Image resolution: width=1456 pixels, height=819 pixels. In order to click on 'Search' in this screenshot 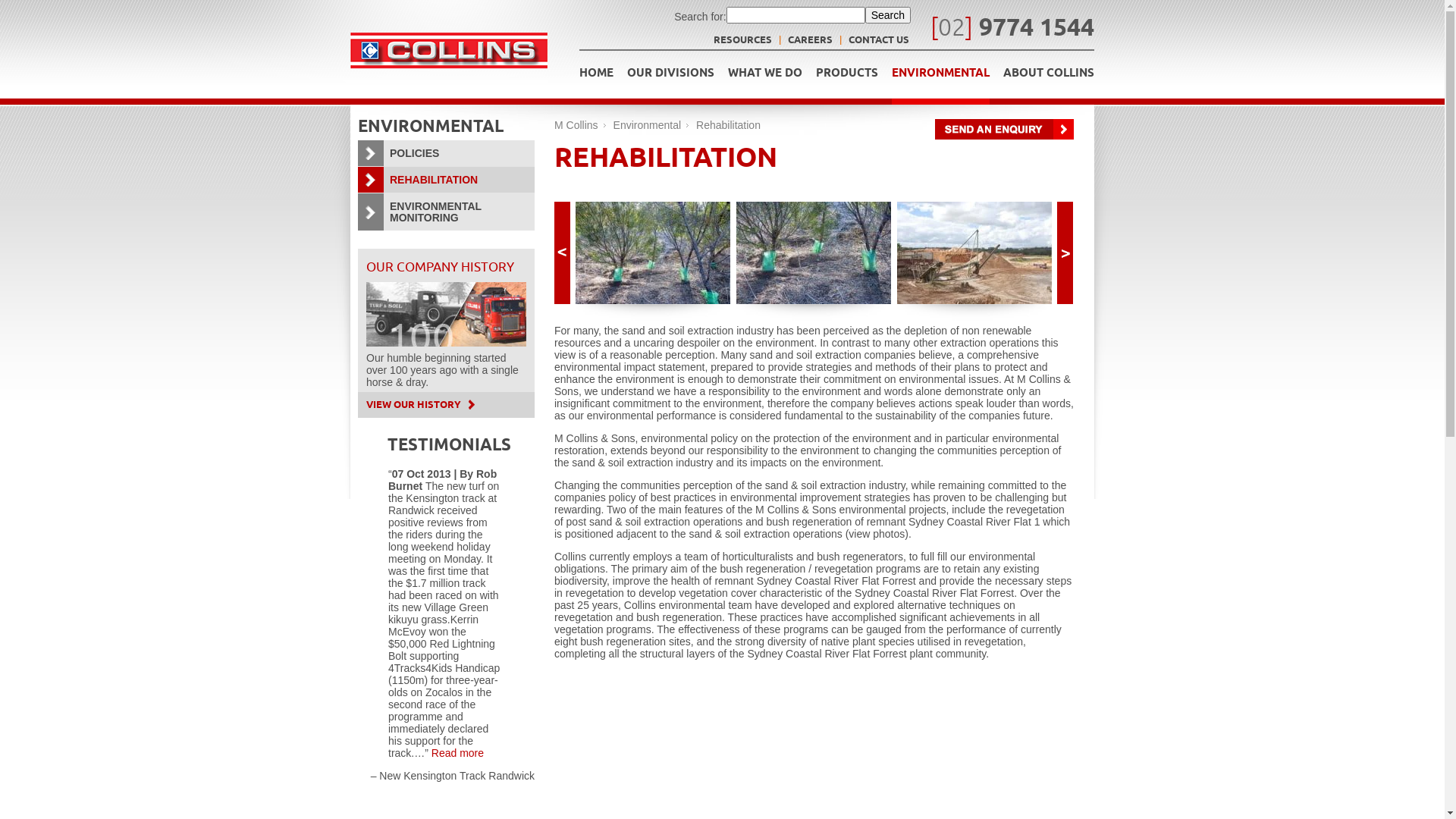, I will do `click(888, 14)`.